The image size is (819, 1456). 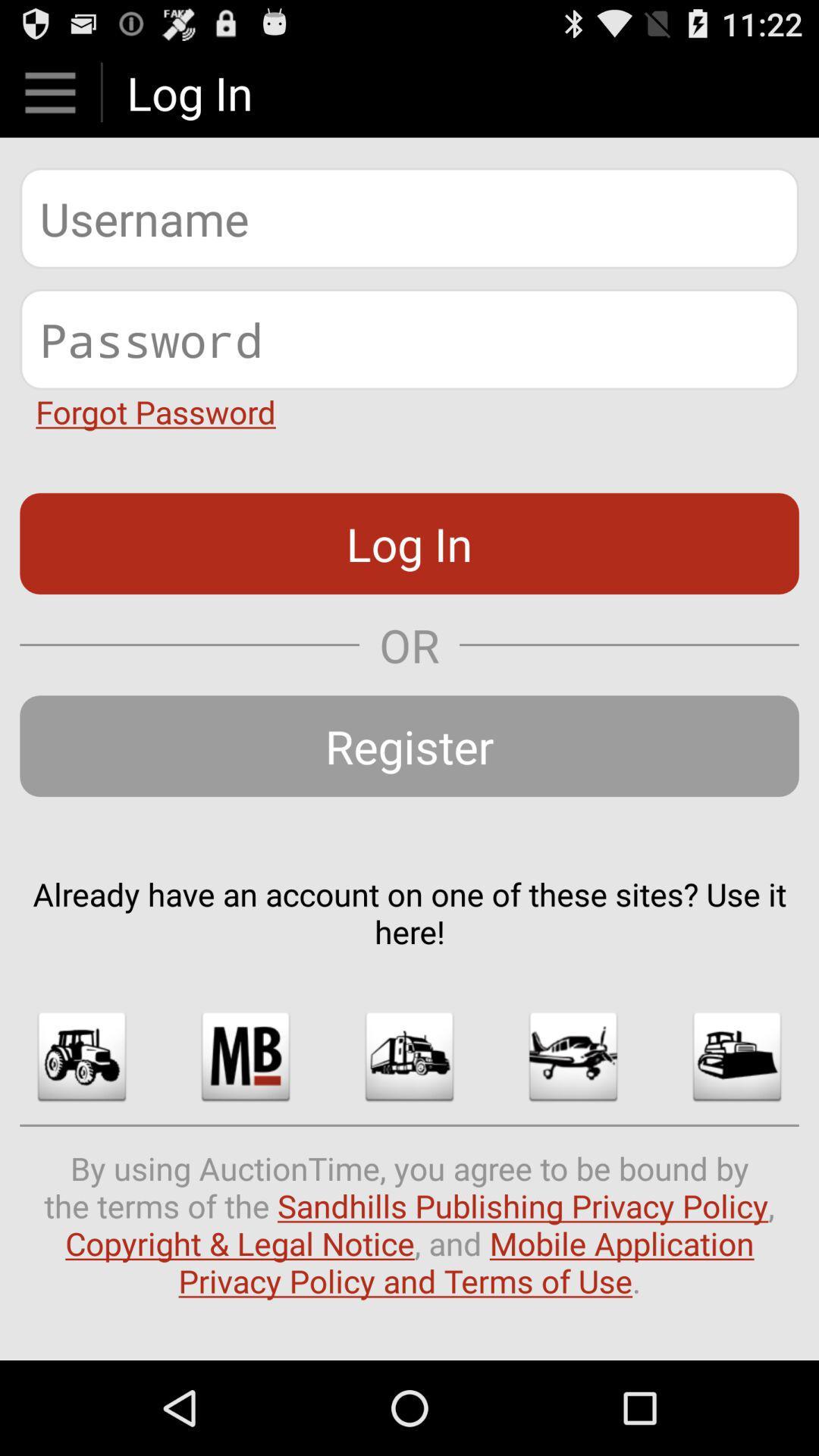 I want to click on show menu, so click(x=49, y=92).